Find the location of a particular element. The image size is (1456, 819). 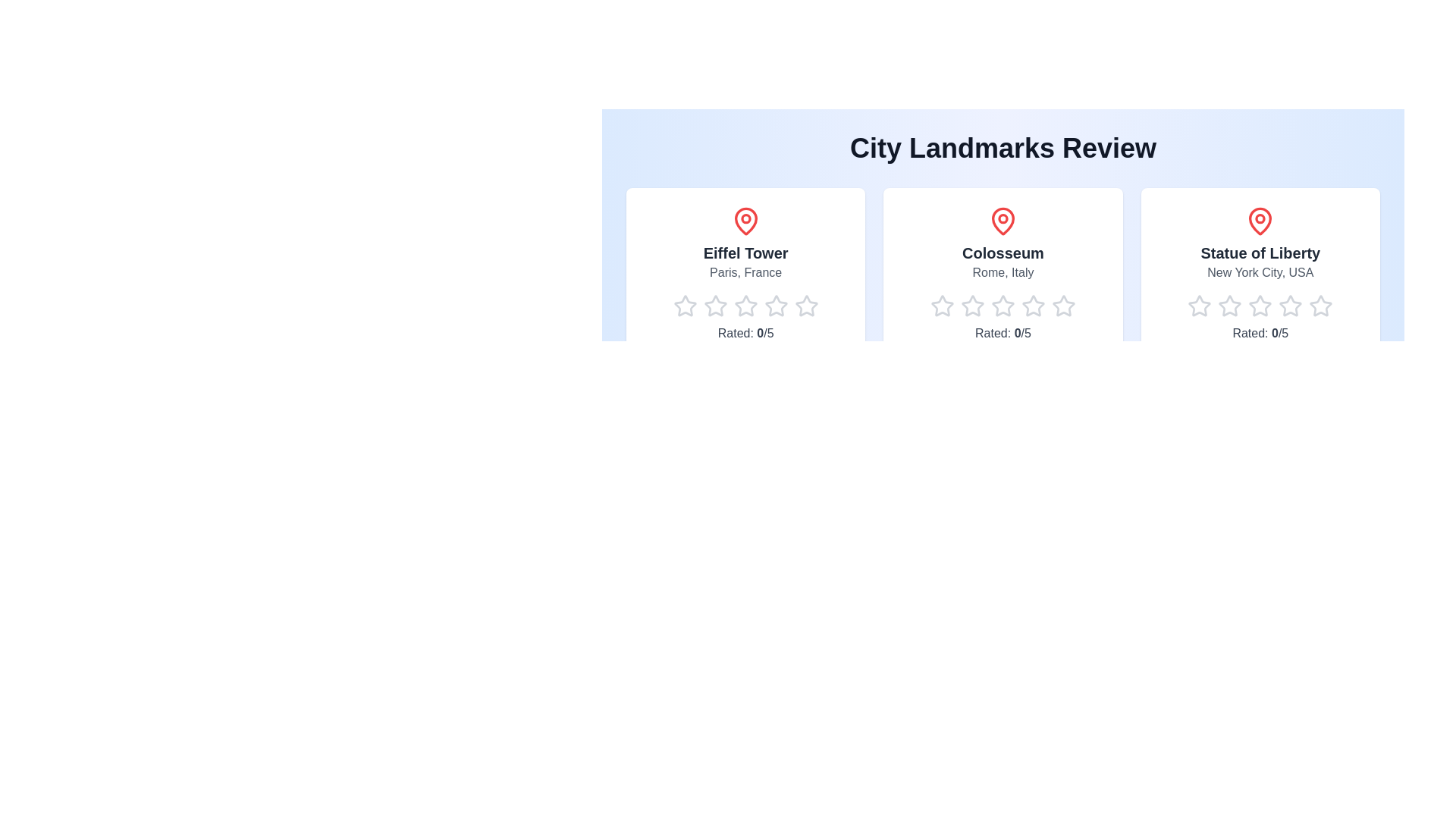

the star corresponding to 1 for the landmark Eiffel Tower is located at coordinates (672, 306).